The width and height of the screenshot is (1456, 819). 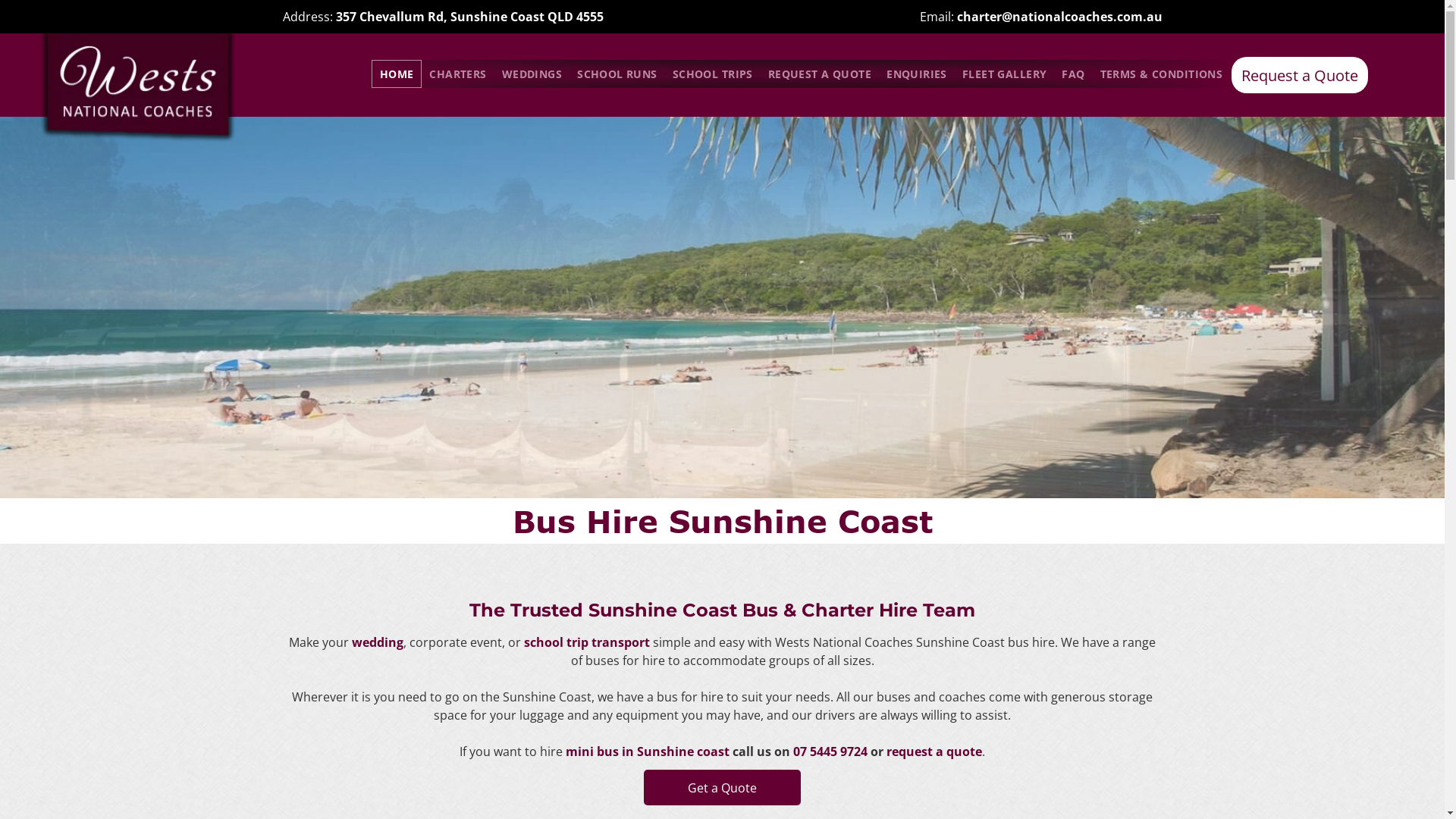 I want to click on '357 Chevallum Rd, Sunshine Coast QLD 4555', so click(x=468, y=17).